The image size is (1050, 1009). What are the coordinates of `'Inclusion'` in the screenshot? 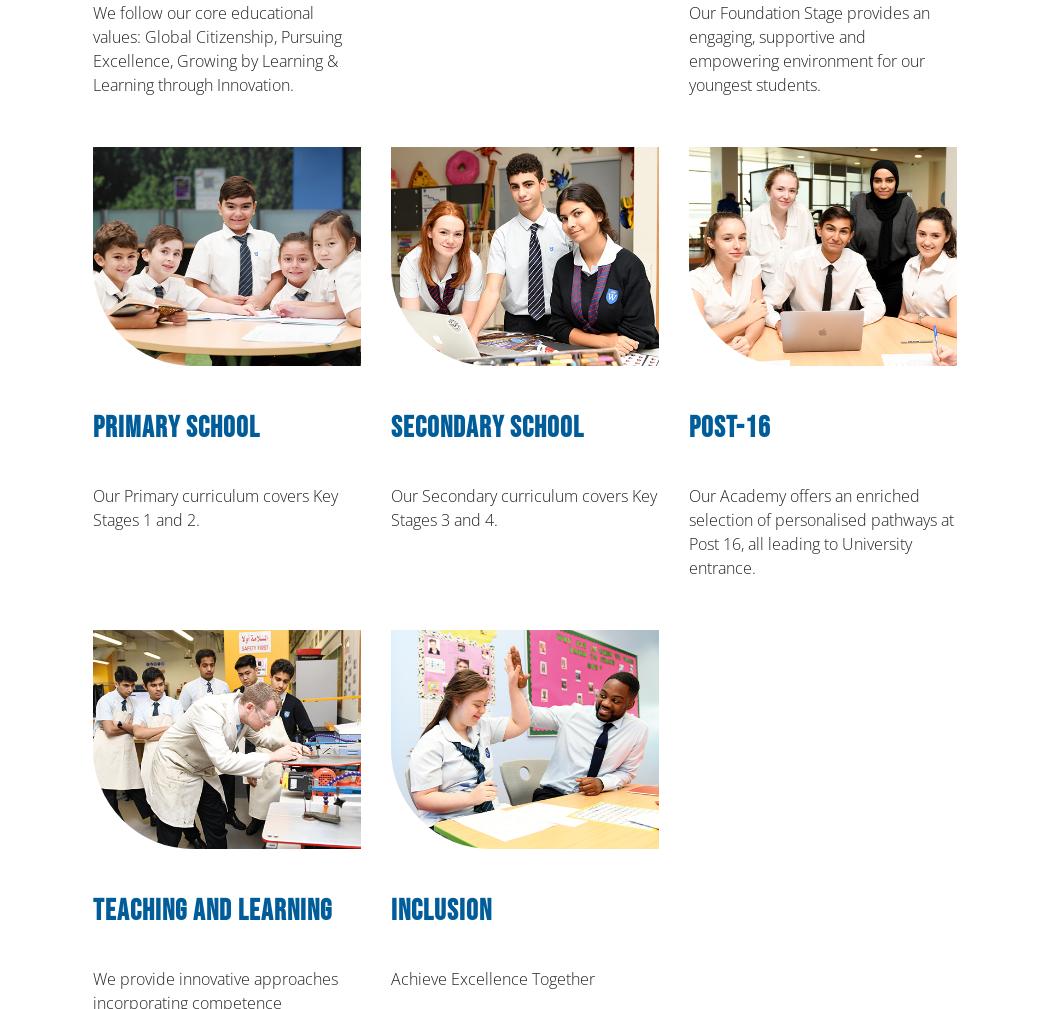 It's located at (440, 910).